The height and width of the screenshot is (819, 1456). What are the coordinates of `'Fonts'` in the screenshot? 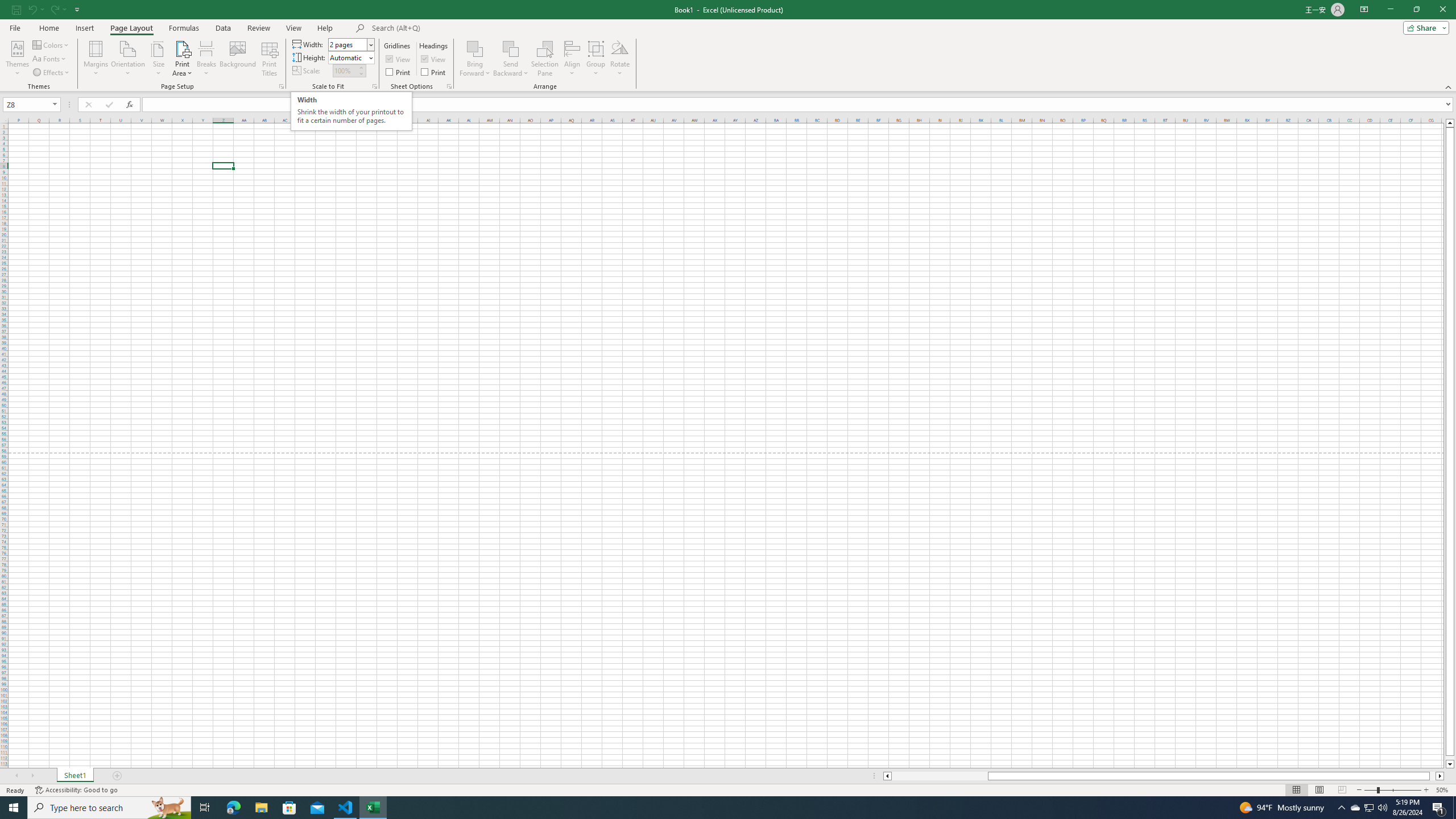 It's located at (49, 59).